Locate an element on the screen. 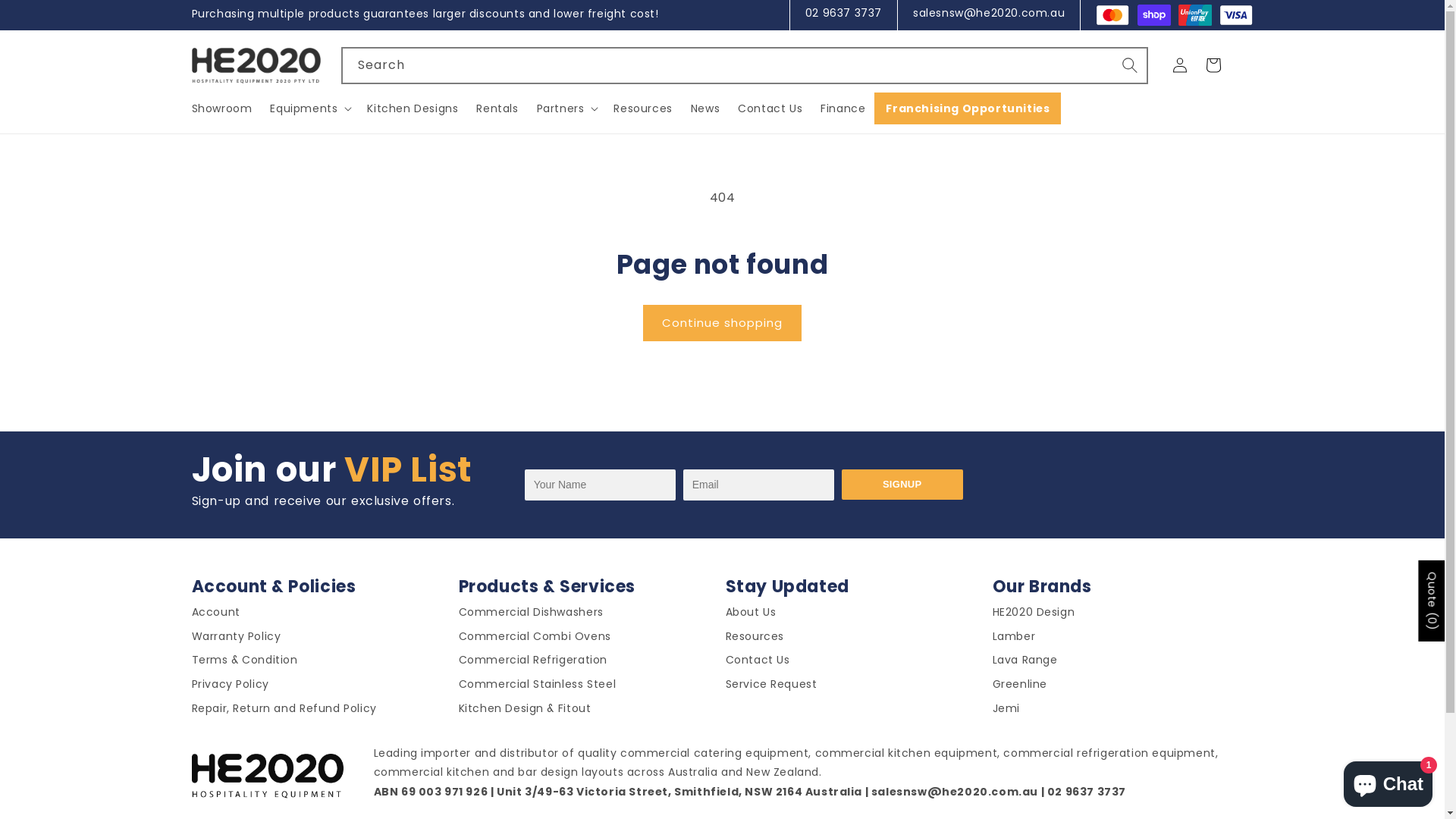  'Lava Range' is located at coordinates (1024, 662).